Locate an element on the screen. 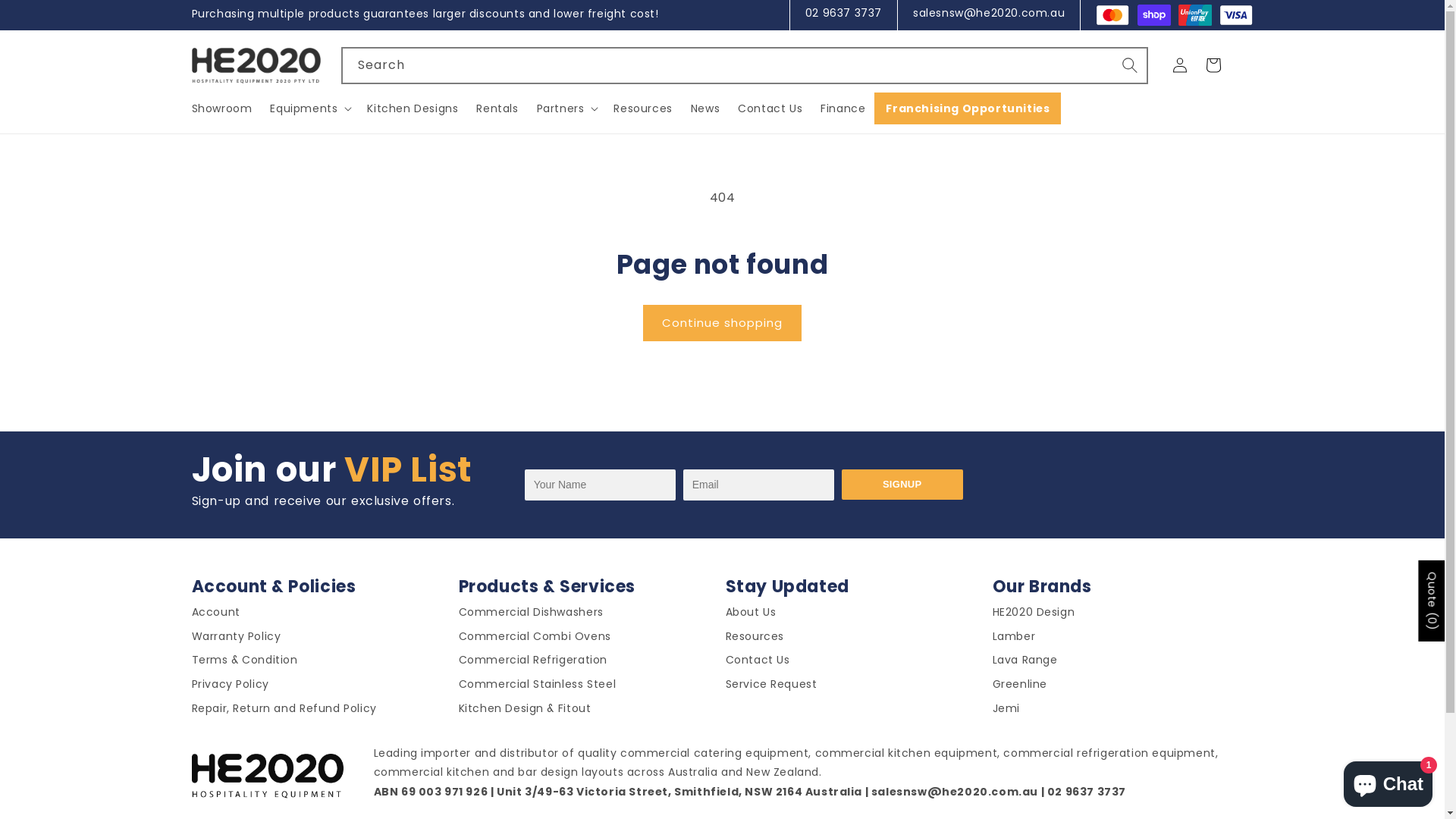  'Lava Range' is located at coordinates (1024, 662).